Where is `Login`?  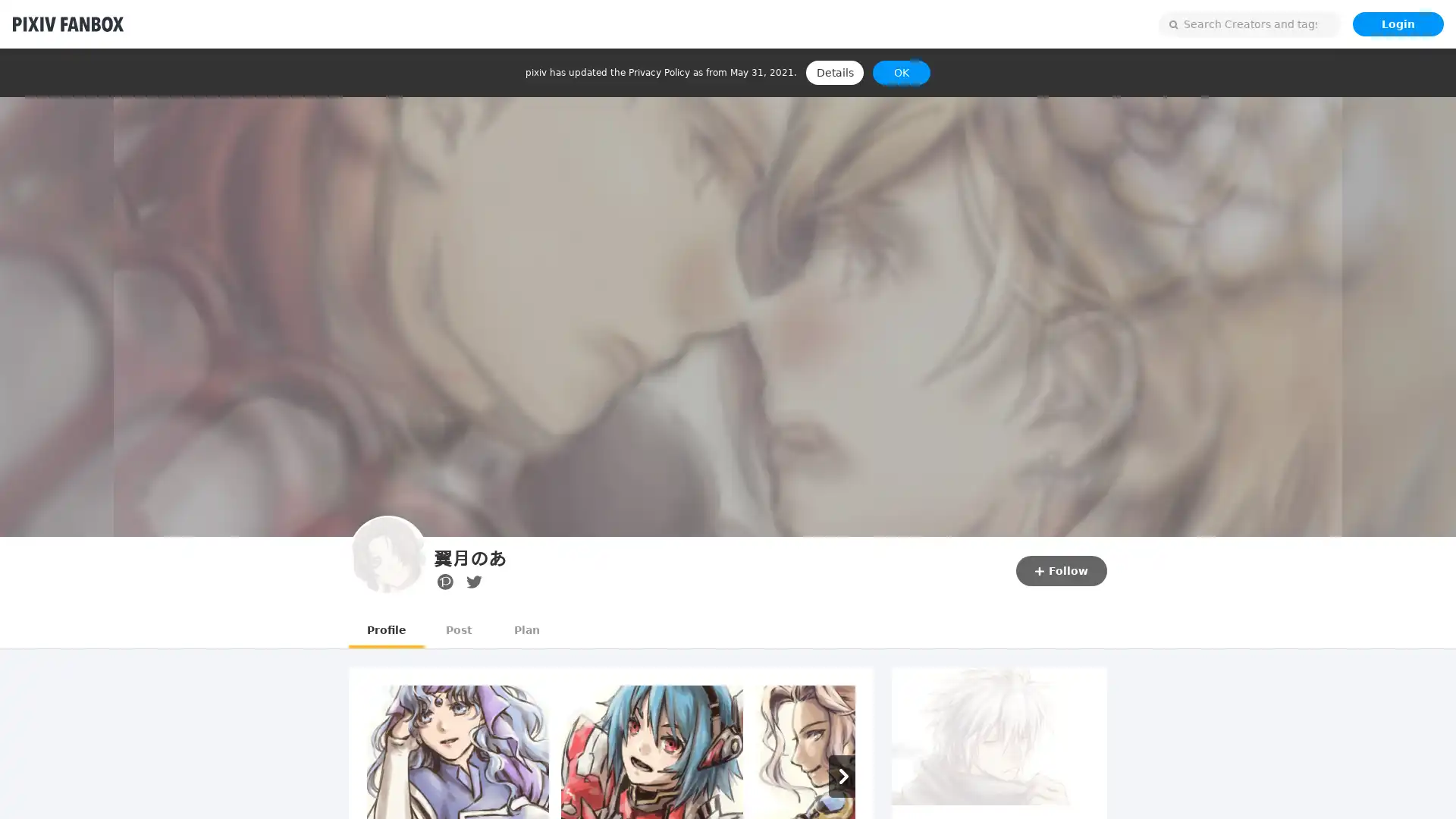 Login is located at coordinates (1397, 24).